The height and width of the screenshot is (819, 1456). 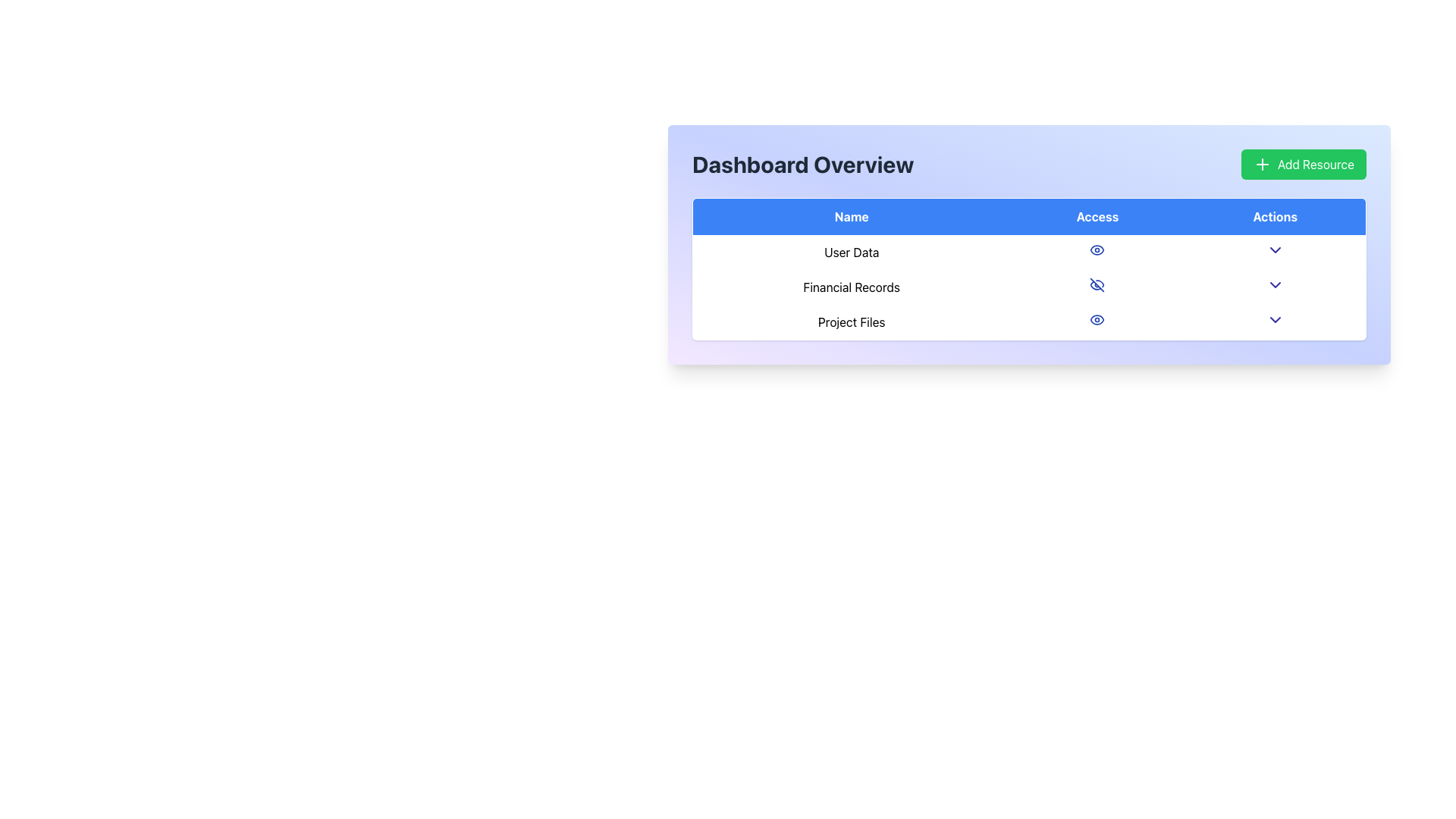 I want to click on the downward-pointing triangle icon in the 'Actions' column of the 'User Data' row, so click(x=1274, y=251).